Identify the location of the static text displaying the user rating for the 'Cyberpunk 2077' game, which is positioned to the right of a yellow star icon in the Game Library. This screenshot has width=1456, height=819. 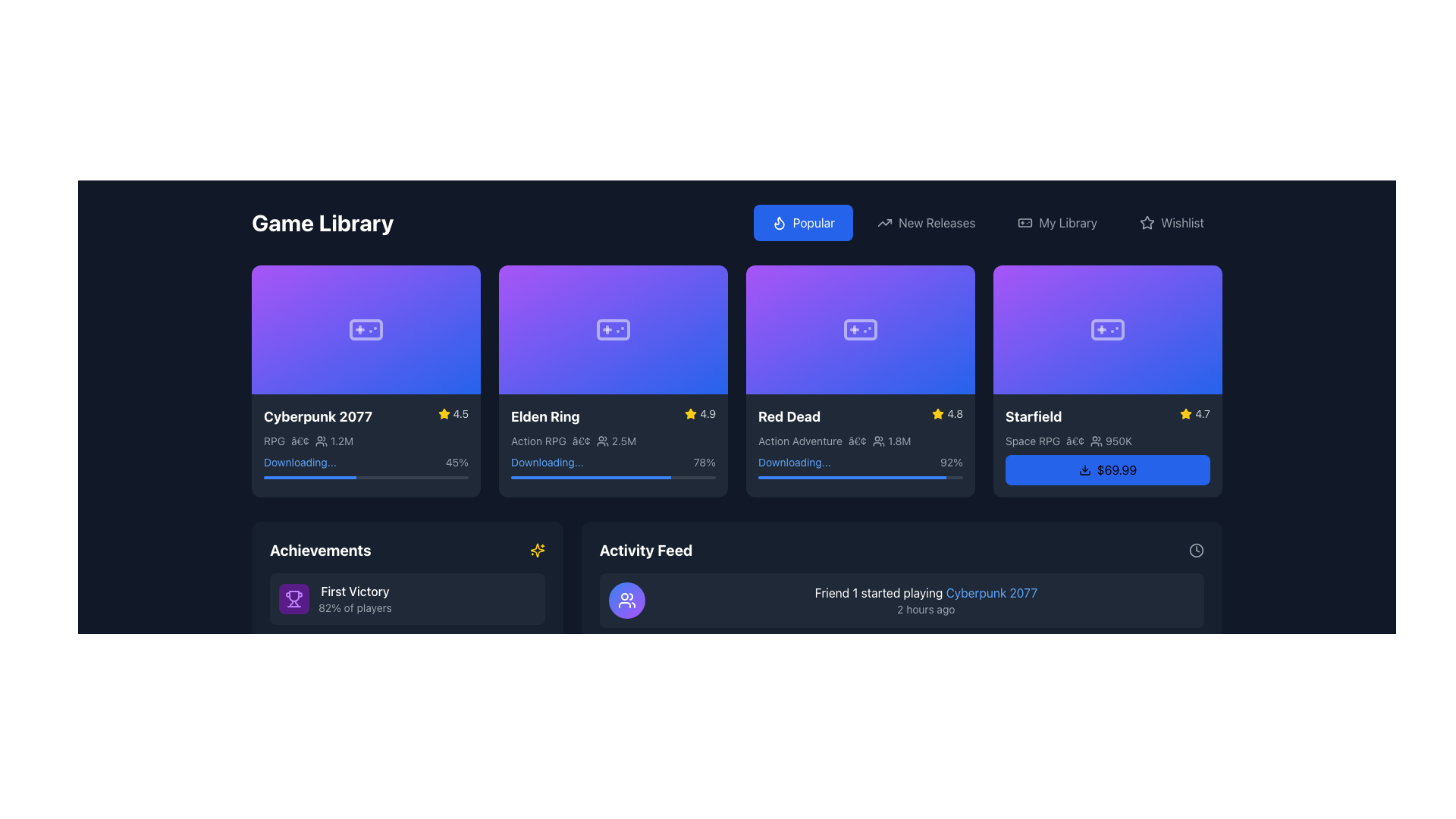
(460, 413).